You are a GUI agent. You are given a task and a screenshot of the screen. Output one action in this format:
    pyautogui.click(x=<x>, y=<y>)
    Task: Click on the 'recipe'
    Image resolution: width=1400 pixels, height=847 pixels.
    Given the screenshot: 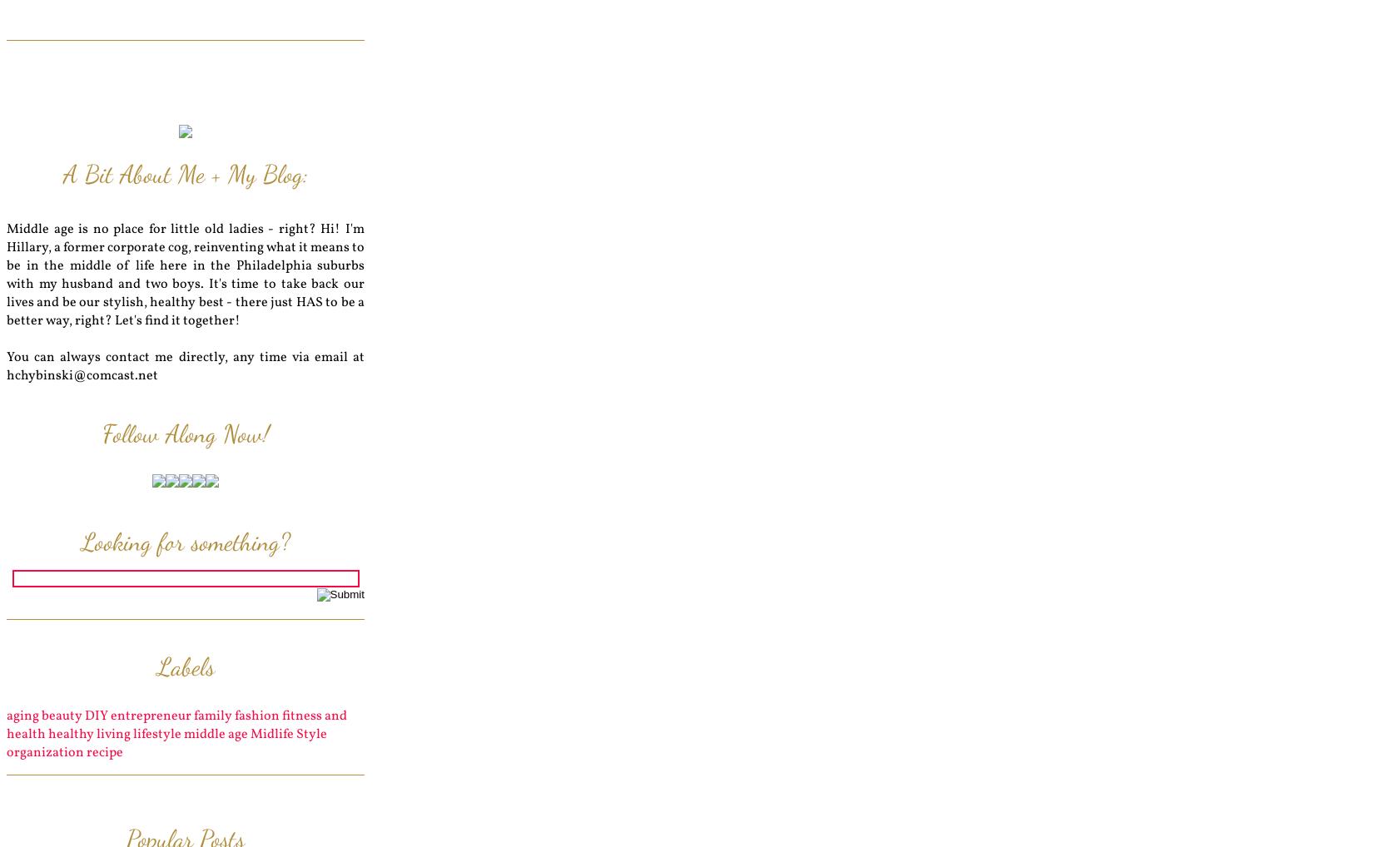 What is the action you would take?
    pyautogui.click(x=103, y=753)
    